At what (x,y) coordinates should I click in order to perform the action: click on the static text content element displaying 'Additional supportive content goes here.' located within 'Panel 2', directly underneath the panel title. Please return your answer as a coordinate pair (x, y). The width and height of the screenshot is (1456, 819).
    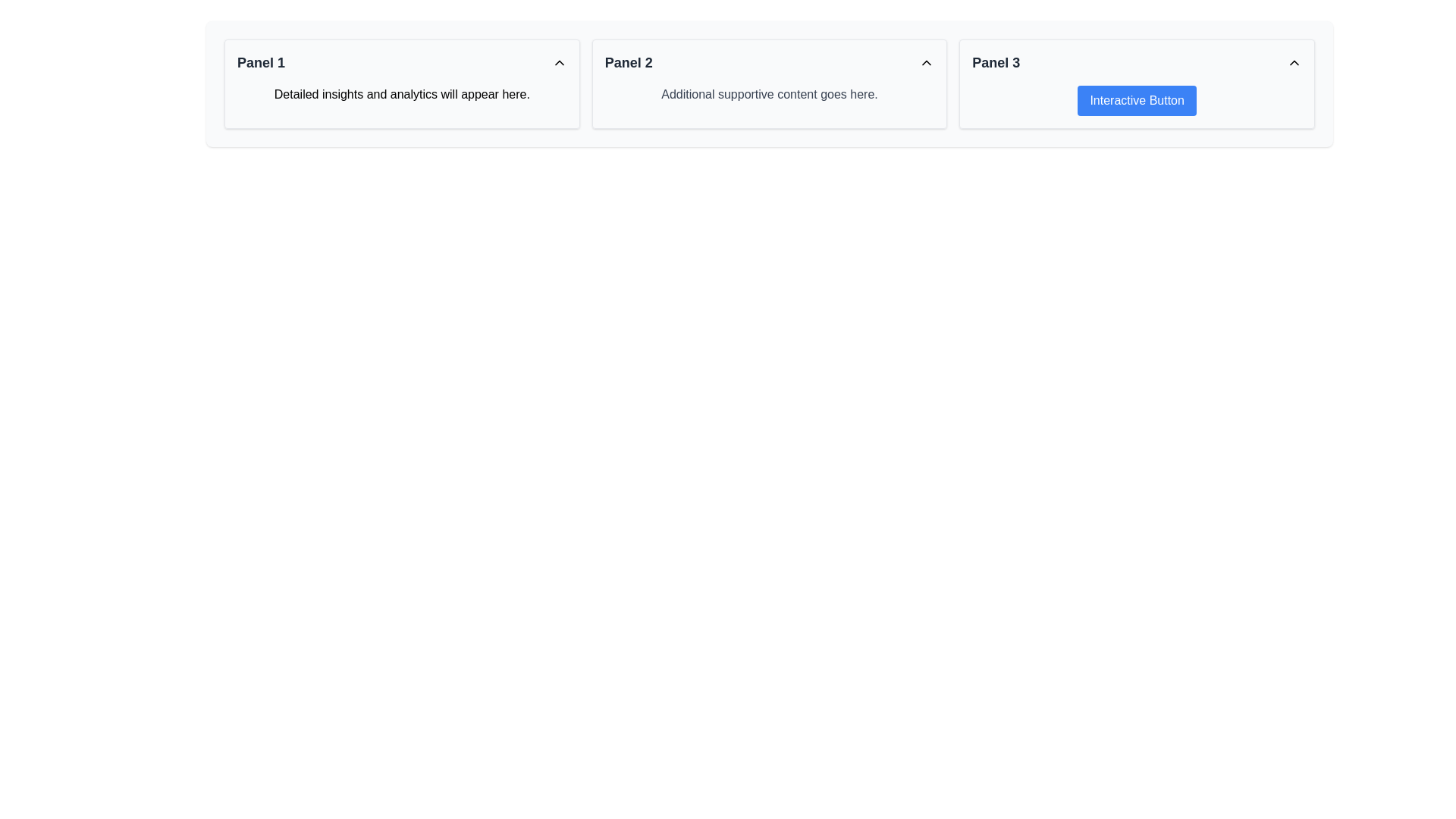
    Looking at the image, I should click on (769, 94).